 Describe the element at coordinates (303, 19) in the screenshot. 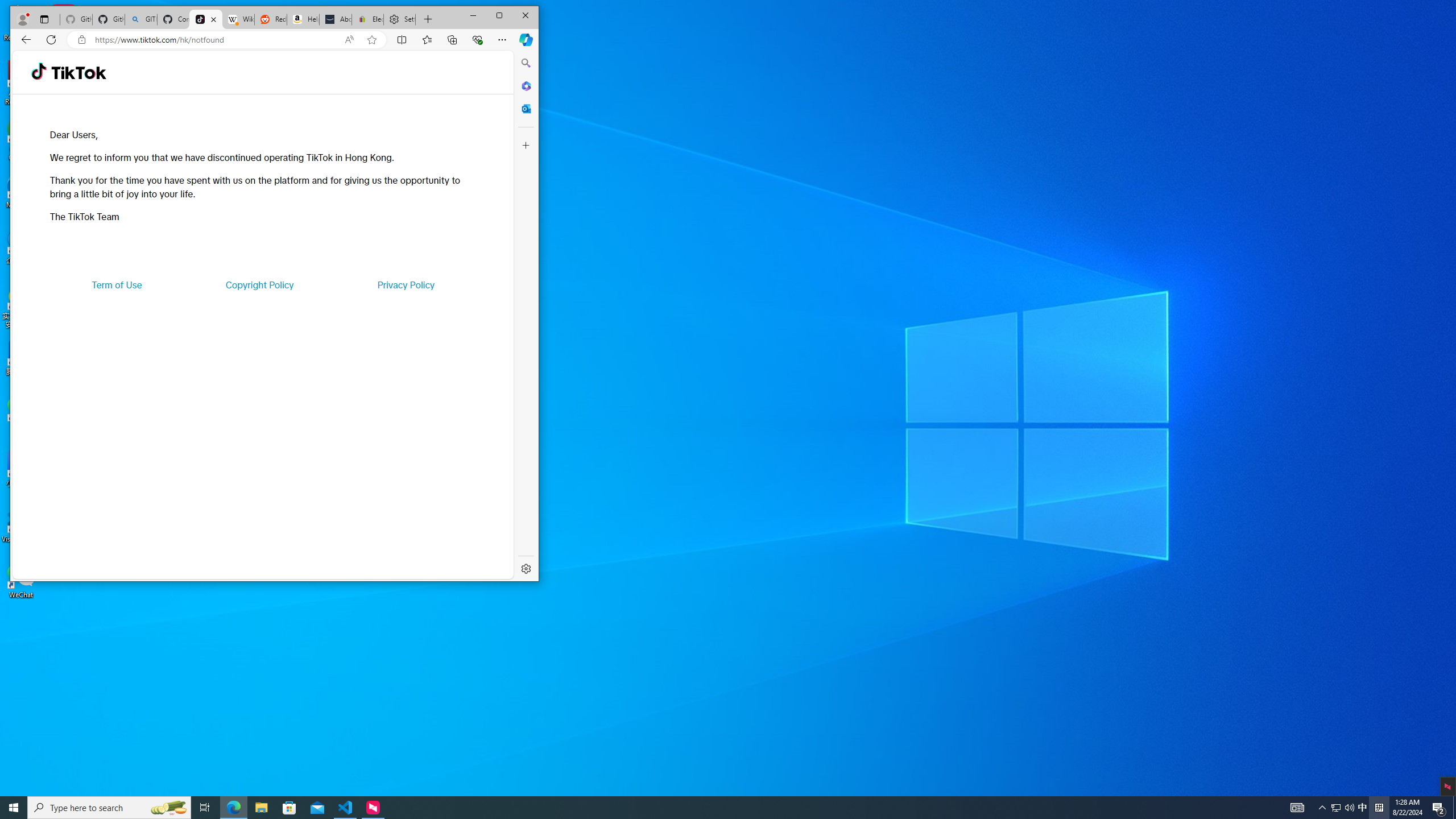

I see `'Help & Contact Us - Amazon Customer Service'` at that location.